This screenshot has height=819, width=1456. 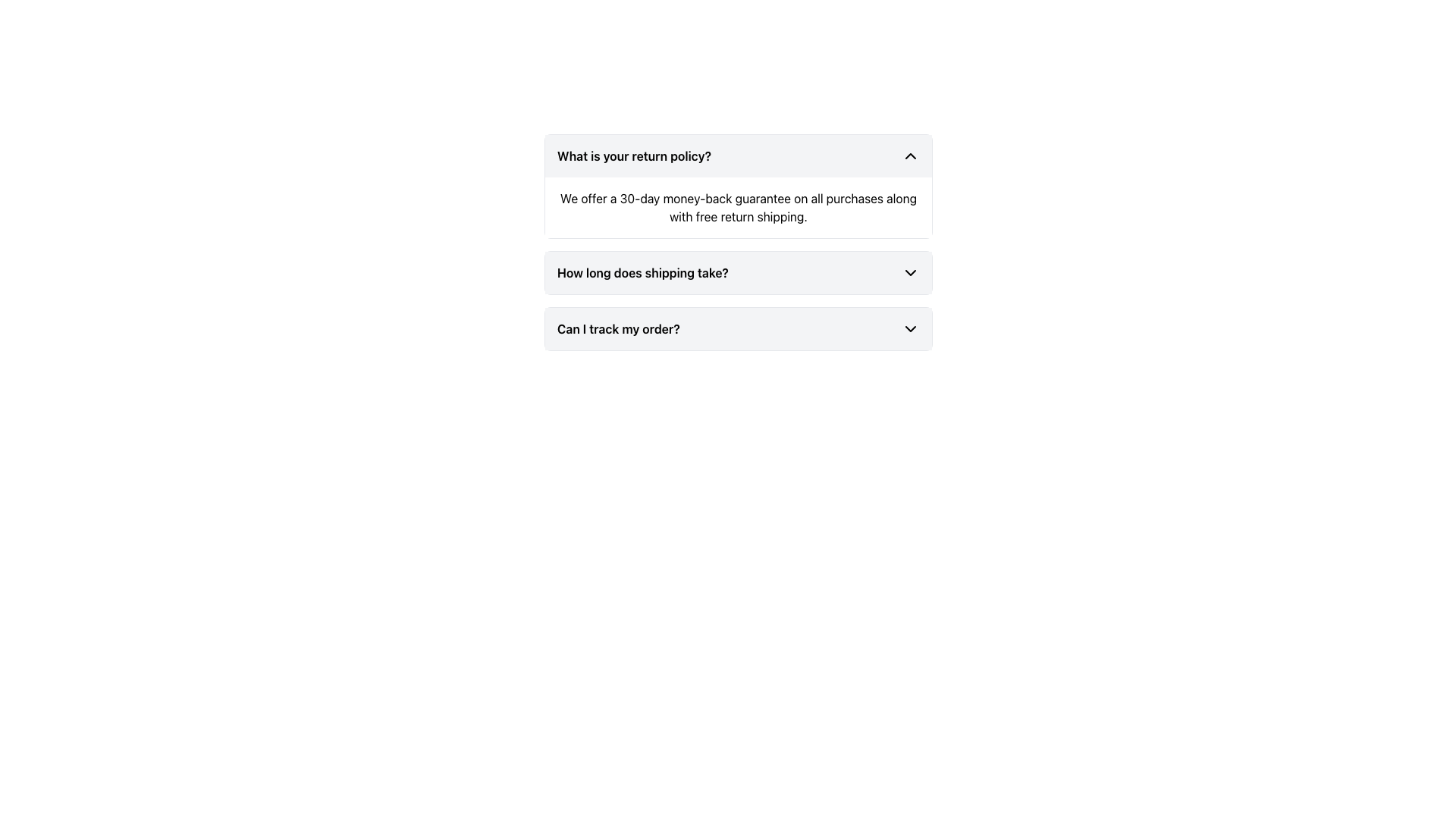 I want to click on the small upward-pointing chevron icon that toggles the panel state, located to the right of the text 'What is your return policy?', so click(x=910, y=155).